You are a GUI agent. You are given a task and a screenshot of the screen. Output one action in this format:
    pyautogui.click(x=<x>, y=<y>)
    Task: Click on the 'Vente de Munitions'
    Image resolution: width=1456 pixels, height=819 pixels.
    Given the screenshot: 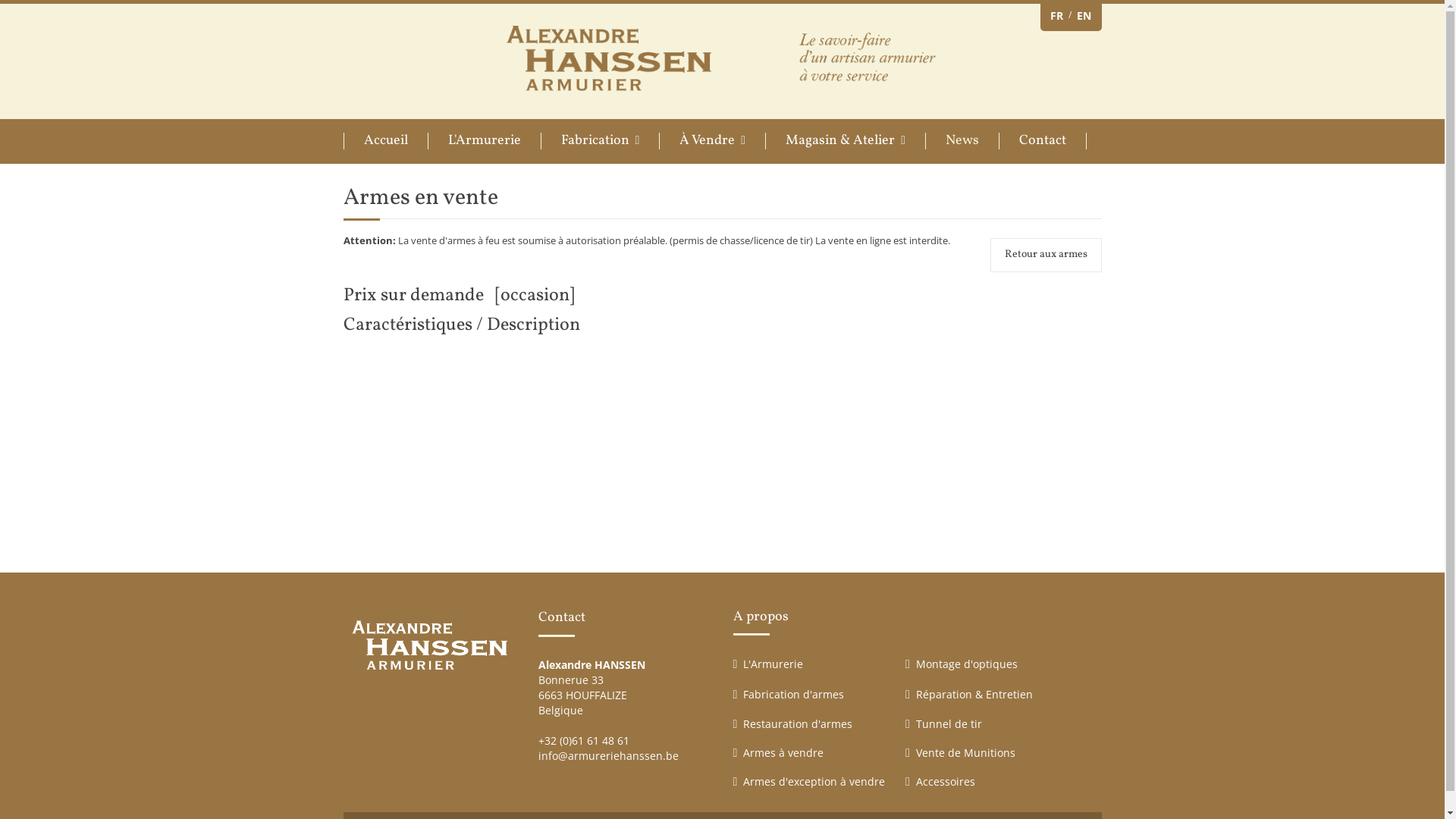 What is the action you would take?
    pyautogui.click(x=965, y=752)
    